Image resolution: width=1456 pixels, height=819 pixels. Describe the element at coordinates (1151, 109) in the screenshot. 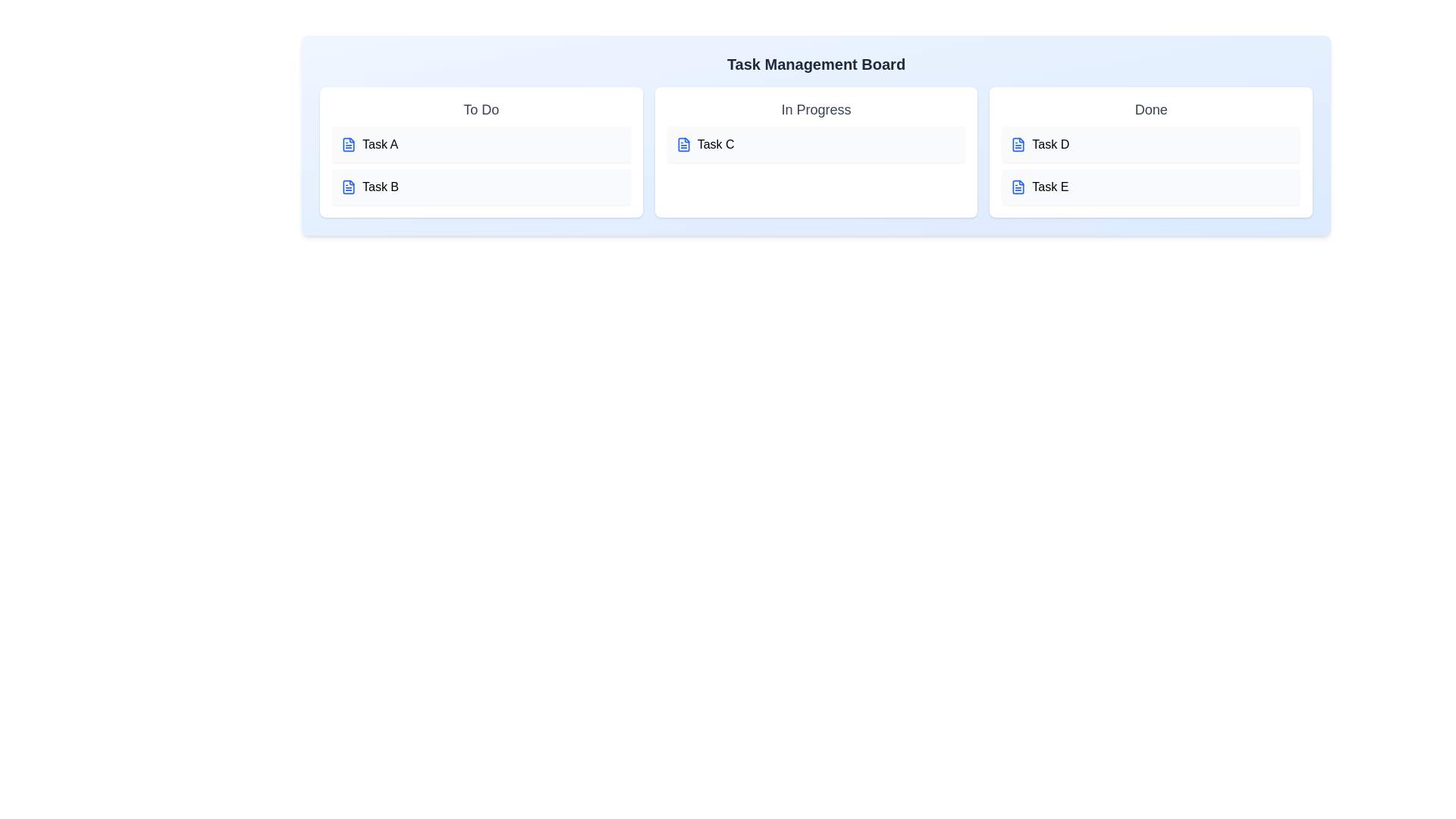

I see `the header of the task list 'Done' to edit the title` at that location.